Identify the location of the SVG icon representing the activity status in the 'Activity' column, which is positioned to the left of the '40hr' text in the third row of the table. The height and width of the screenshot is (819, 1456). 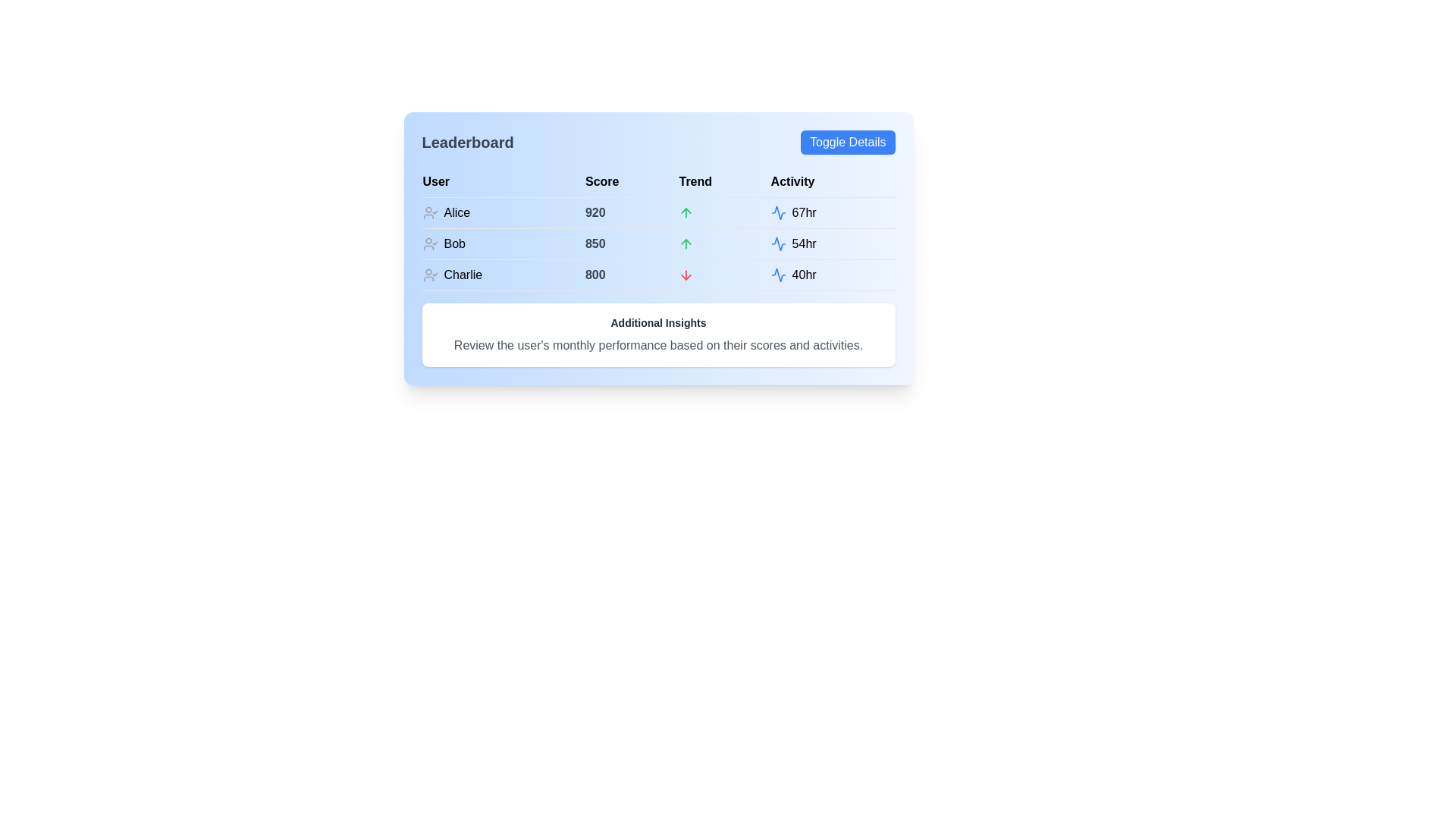
(778, 275).